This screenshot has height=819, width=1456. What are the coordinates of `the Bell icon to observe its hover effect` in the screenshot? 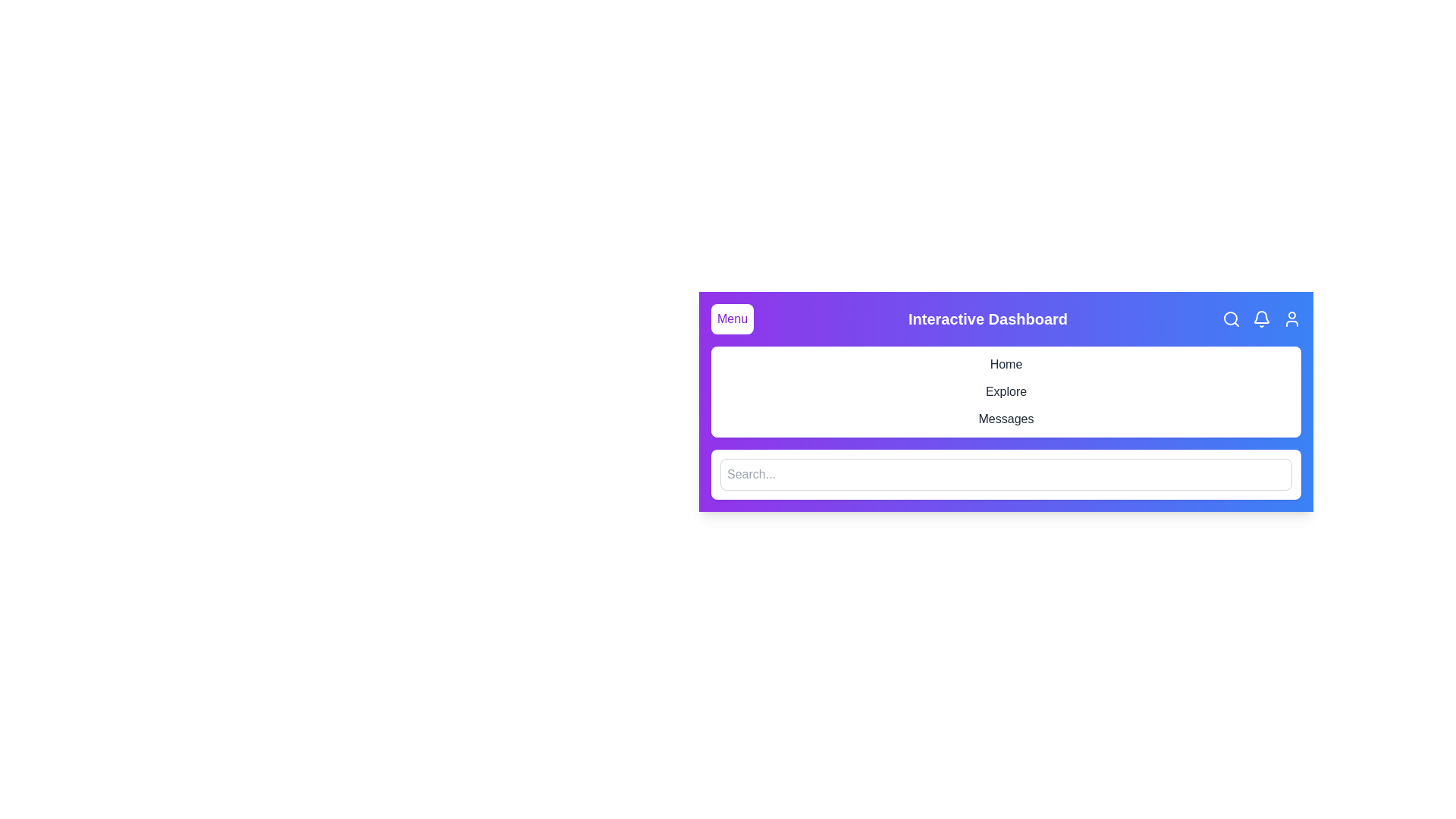 It's located at (1262, 318).